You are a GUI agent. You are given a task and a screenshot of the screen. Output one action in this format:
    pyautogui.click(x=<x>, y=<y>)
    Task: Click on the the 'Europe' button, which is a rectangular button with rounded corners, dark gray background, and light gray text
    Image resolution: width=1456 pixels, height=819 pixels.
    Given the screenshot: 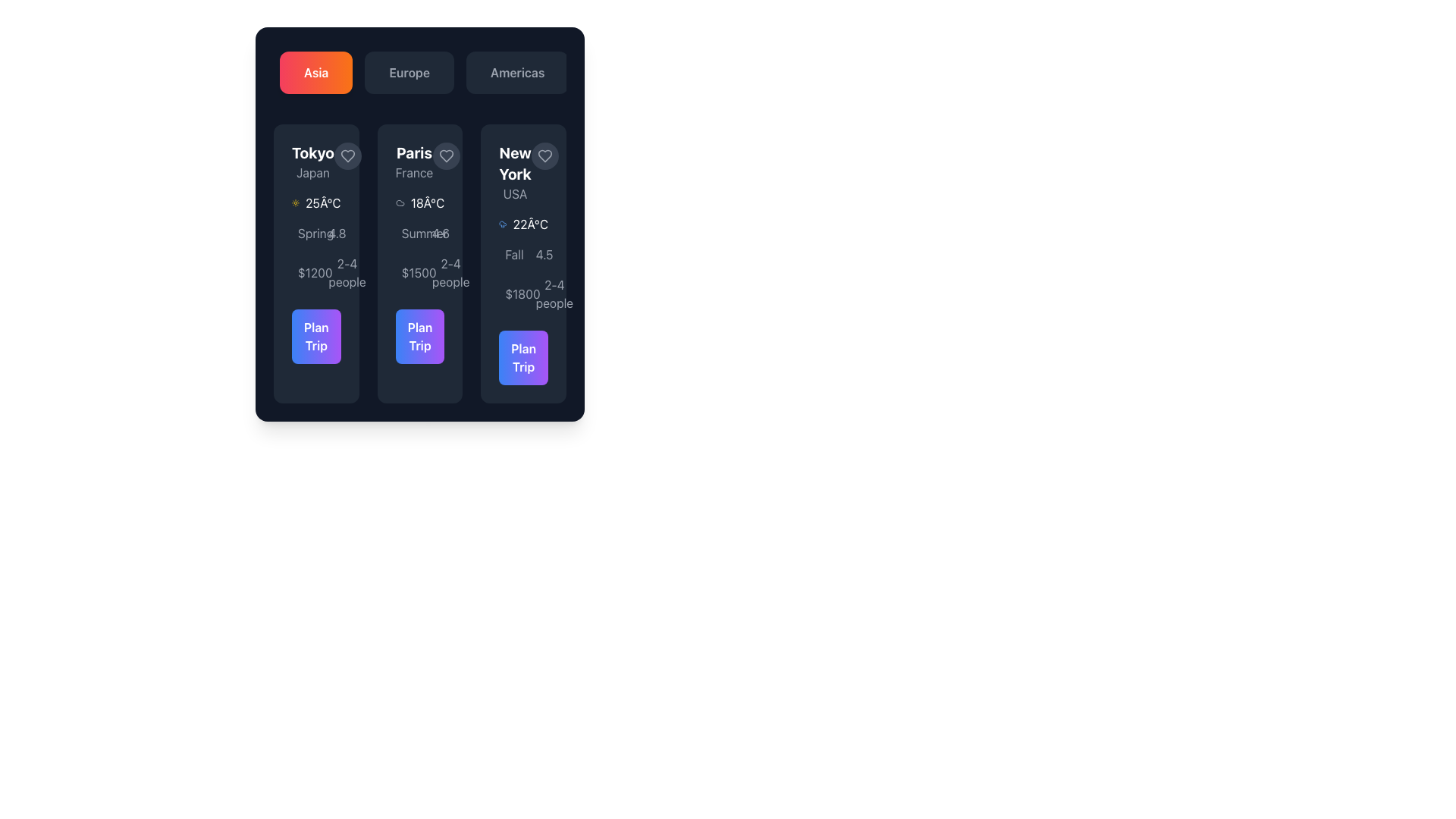 What is the action you would take?
    pyautogui.click(x=409, y=73)
    